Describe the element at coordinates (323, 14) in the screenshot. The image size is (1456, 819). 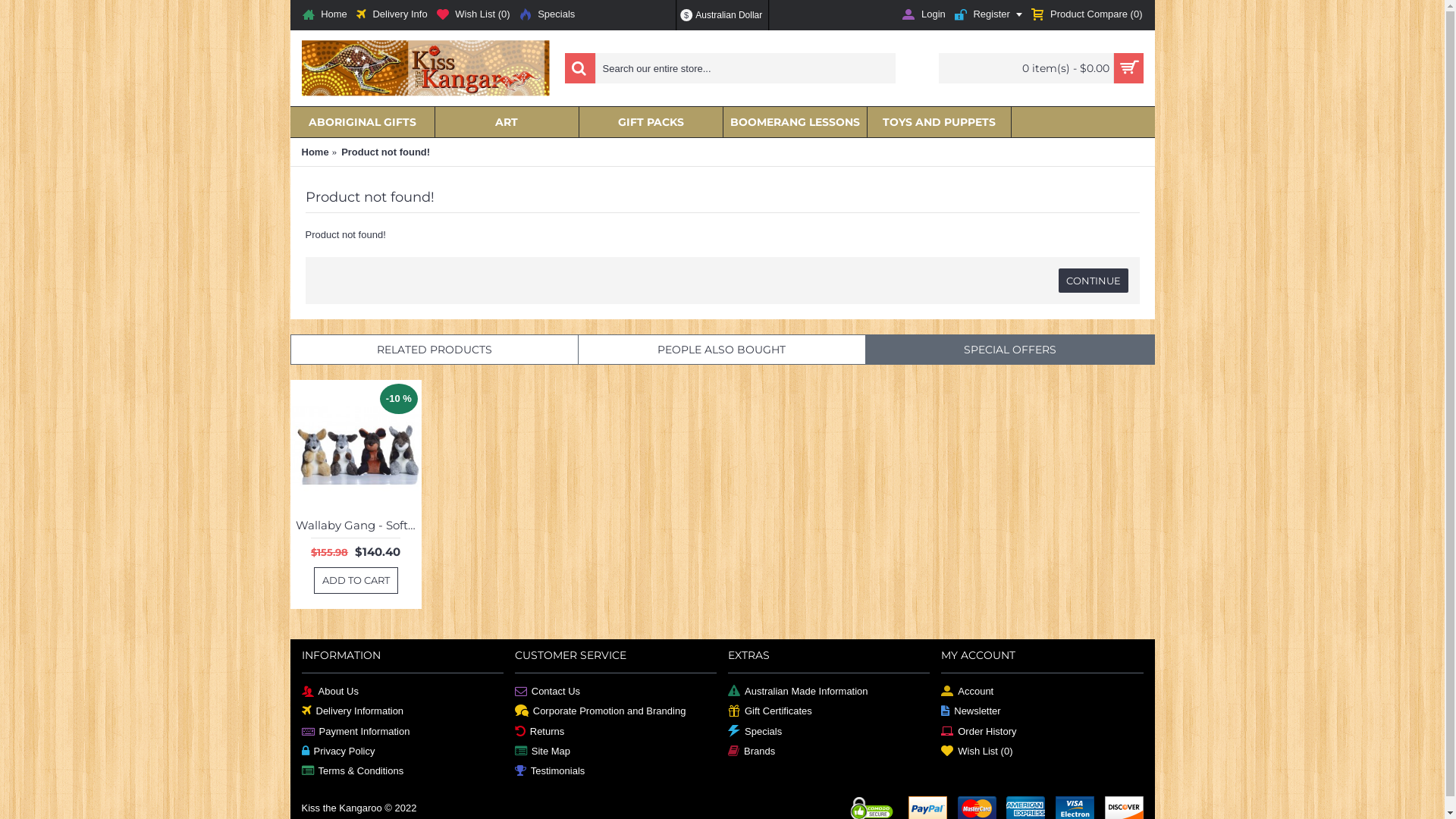
I see `'Home'` at that location.